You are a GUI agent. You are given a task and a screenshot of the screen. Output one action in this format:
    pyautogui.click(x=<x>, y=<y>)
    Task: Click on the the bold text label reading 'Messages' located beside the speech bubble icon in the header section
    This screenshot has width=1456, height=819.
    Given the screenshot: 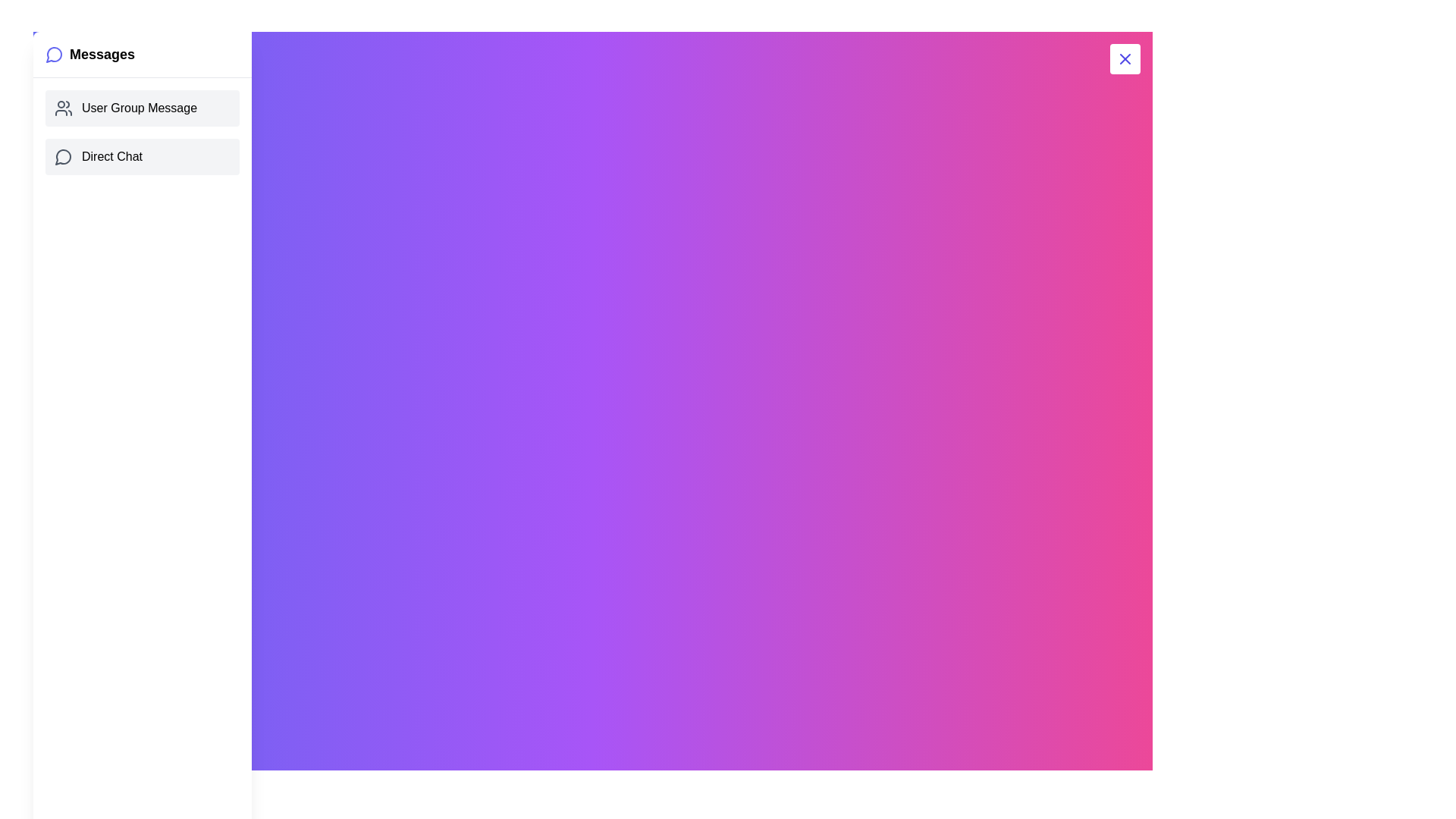 What is the action you would take?
    pyautogui.click(x=101, y=54)
    